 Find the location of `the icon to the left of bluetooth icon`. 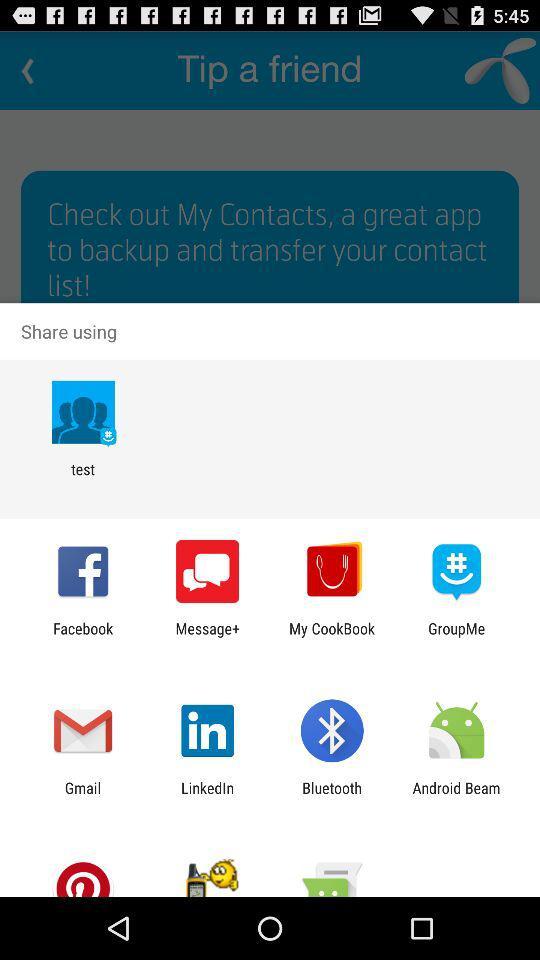

the icon to the left of bluetooth icon is located at coordinates (206, 796).